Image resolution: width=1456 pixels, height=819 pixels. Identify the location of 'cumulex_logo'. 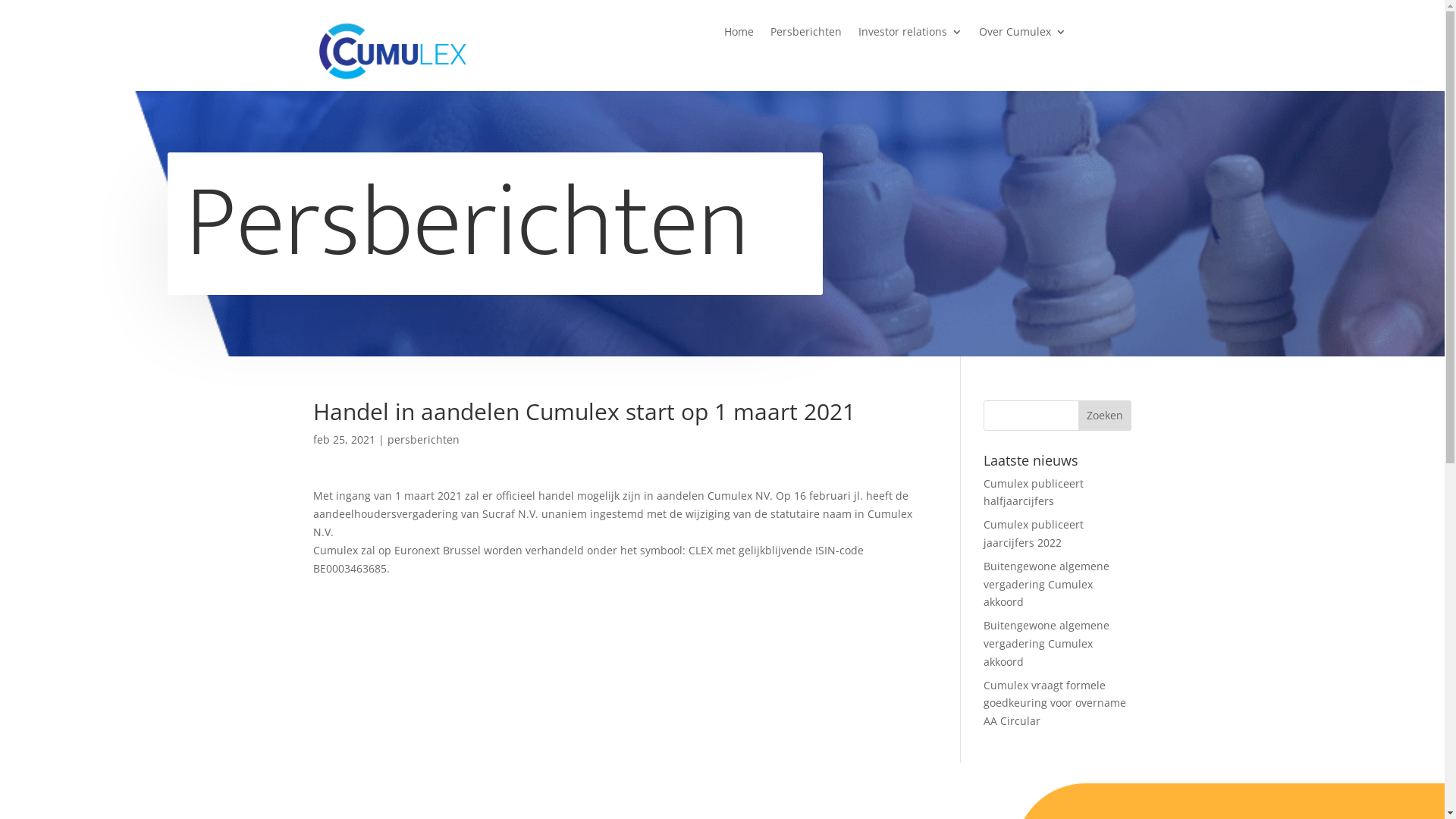
(391, 49).